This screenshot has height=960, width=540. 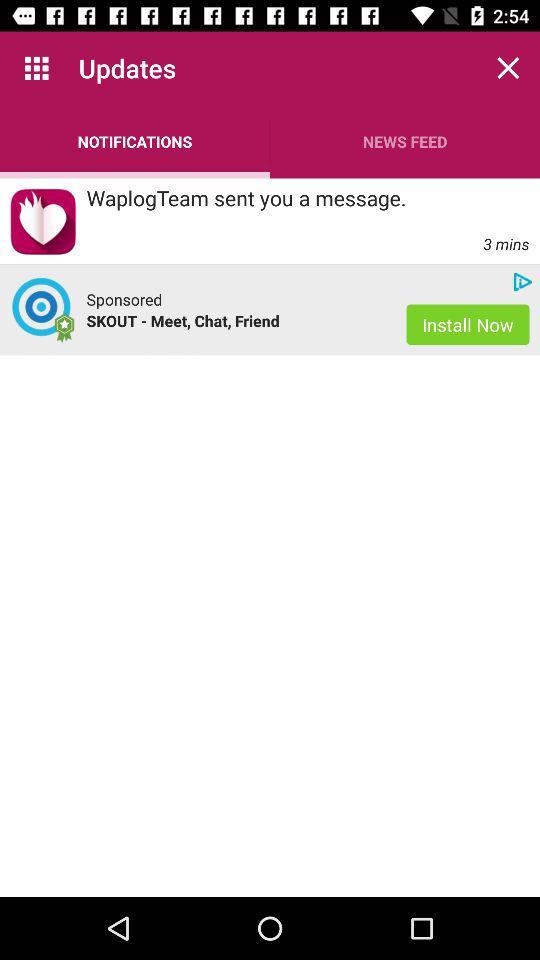 I want to click on sponsored, so click(x=124, y=298).